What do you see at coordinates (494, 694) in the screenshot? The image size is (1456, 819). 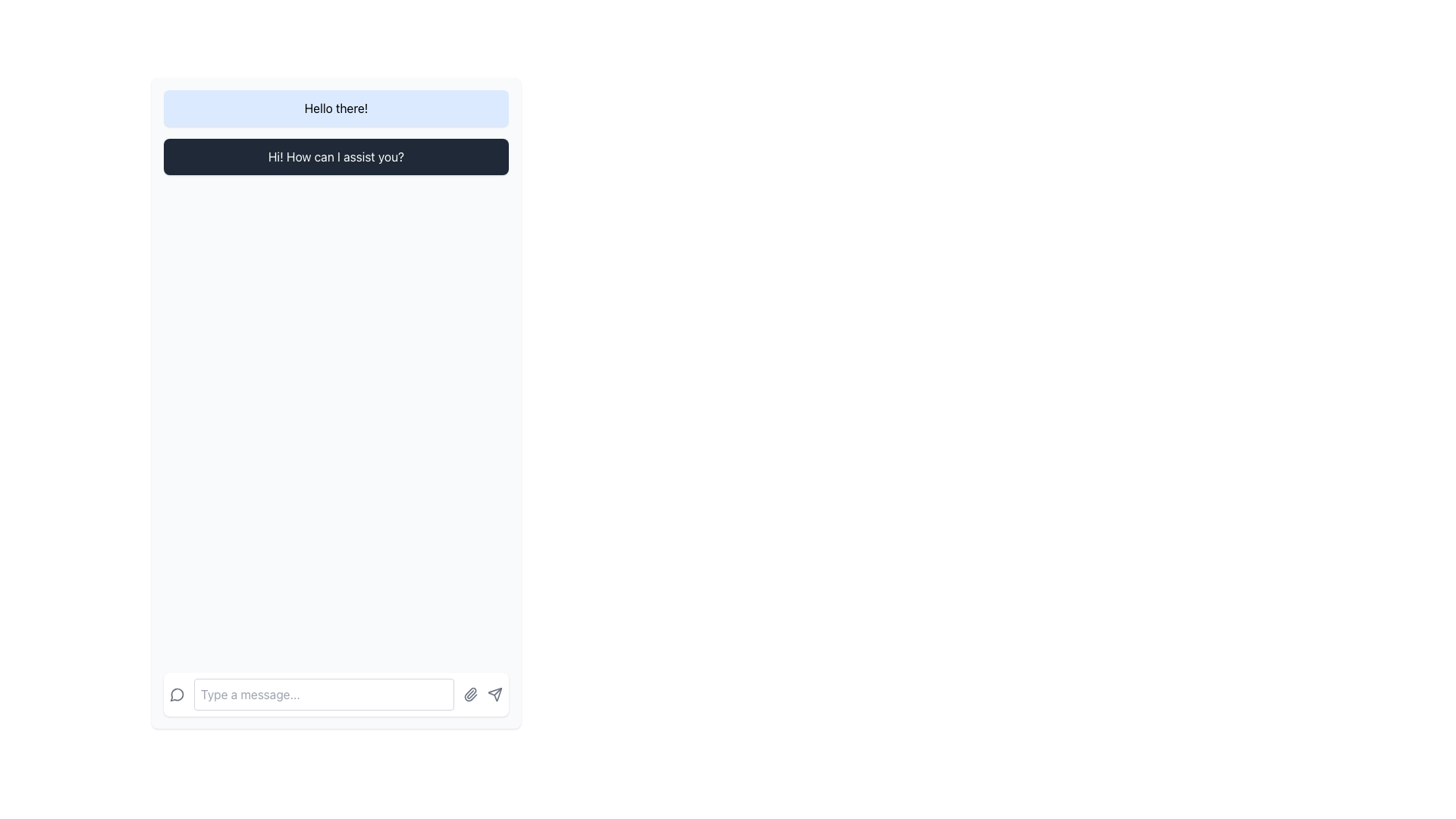 I see `the icon button resembling a paper plane, located at the far right side of the chat input area, to change its color from gray to blue` at bounding box center [494, 694].